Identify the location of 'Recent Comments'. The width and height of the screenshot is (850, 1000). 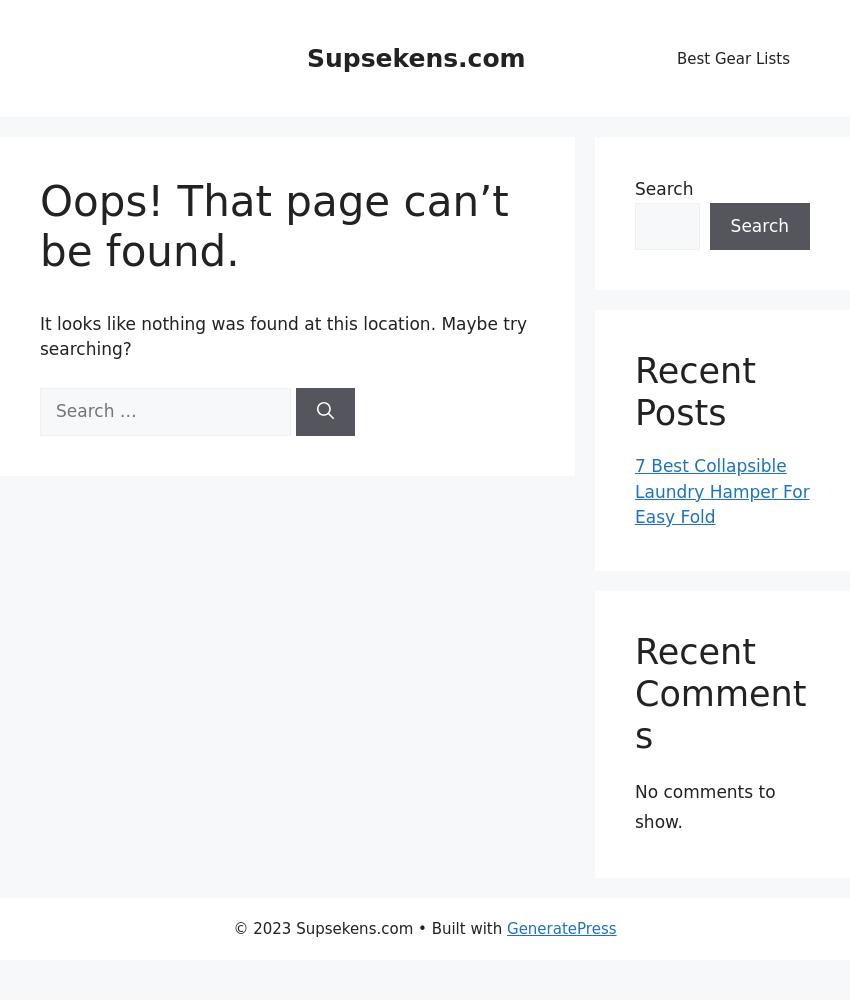
(719, 692).